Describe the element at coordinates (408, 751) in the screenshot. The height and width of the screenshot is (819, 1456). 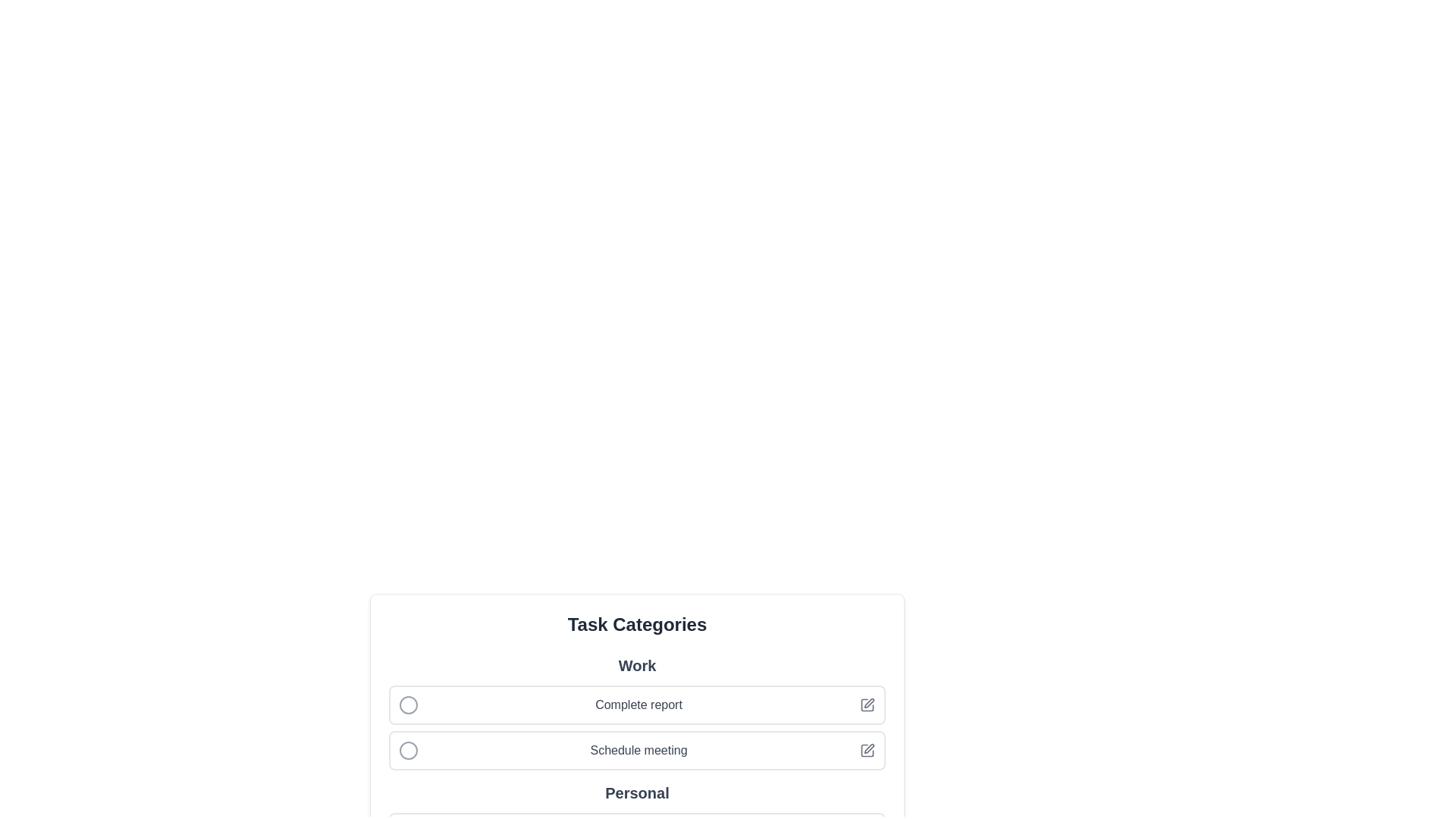
I see `the task 'Schedule meeting' to toggle its completion state` at that location.